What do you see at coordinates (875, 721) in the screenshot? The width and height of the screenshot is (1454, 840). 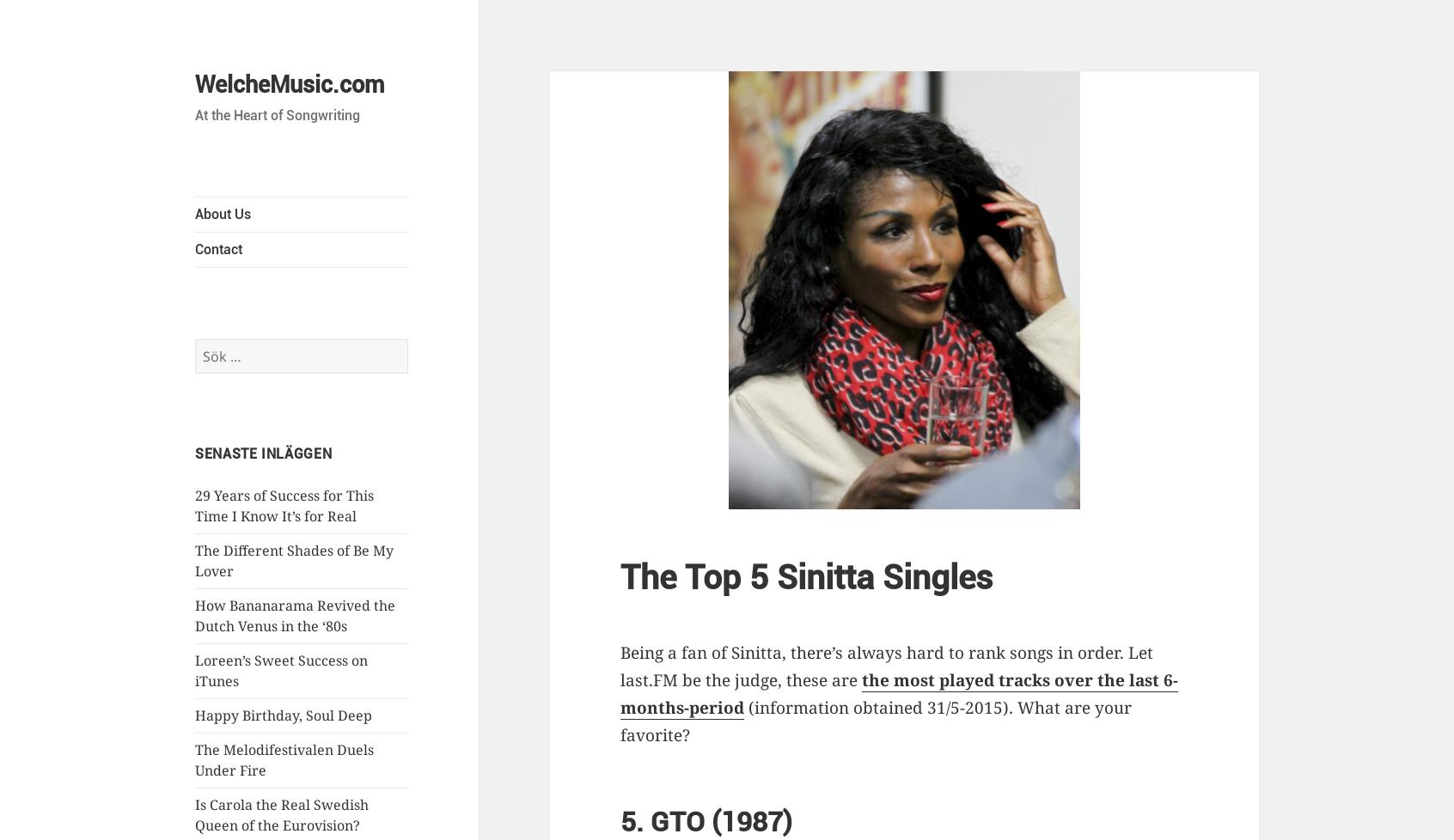 I see `'(information obtained 31/5-2015). What are your favorite?'` at bounding box center [875, 721].